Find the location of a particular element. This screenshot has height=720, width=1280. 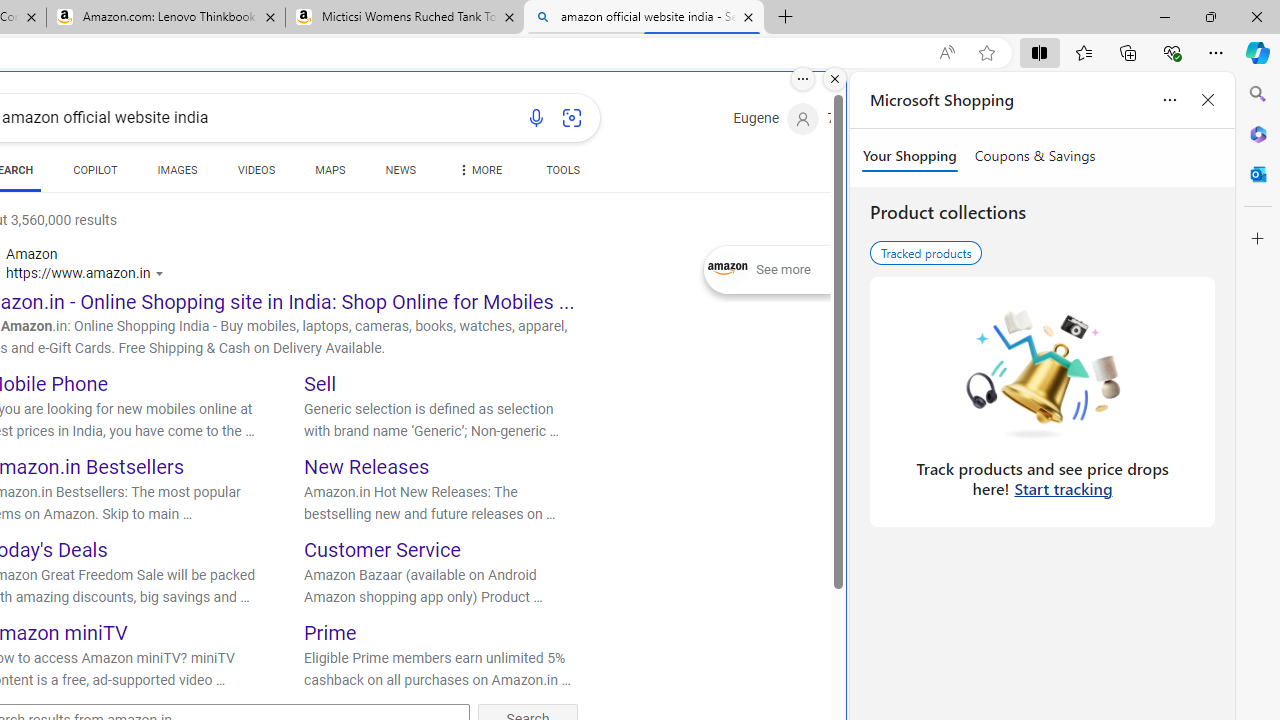

'Search using voice' is located at coordinates (536, 118).